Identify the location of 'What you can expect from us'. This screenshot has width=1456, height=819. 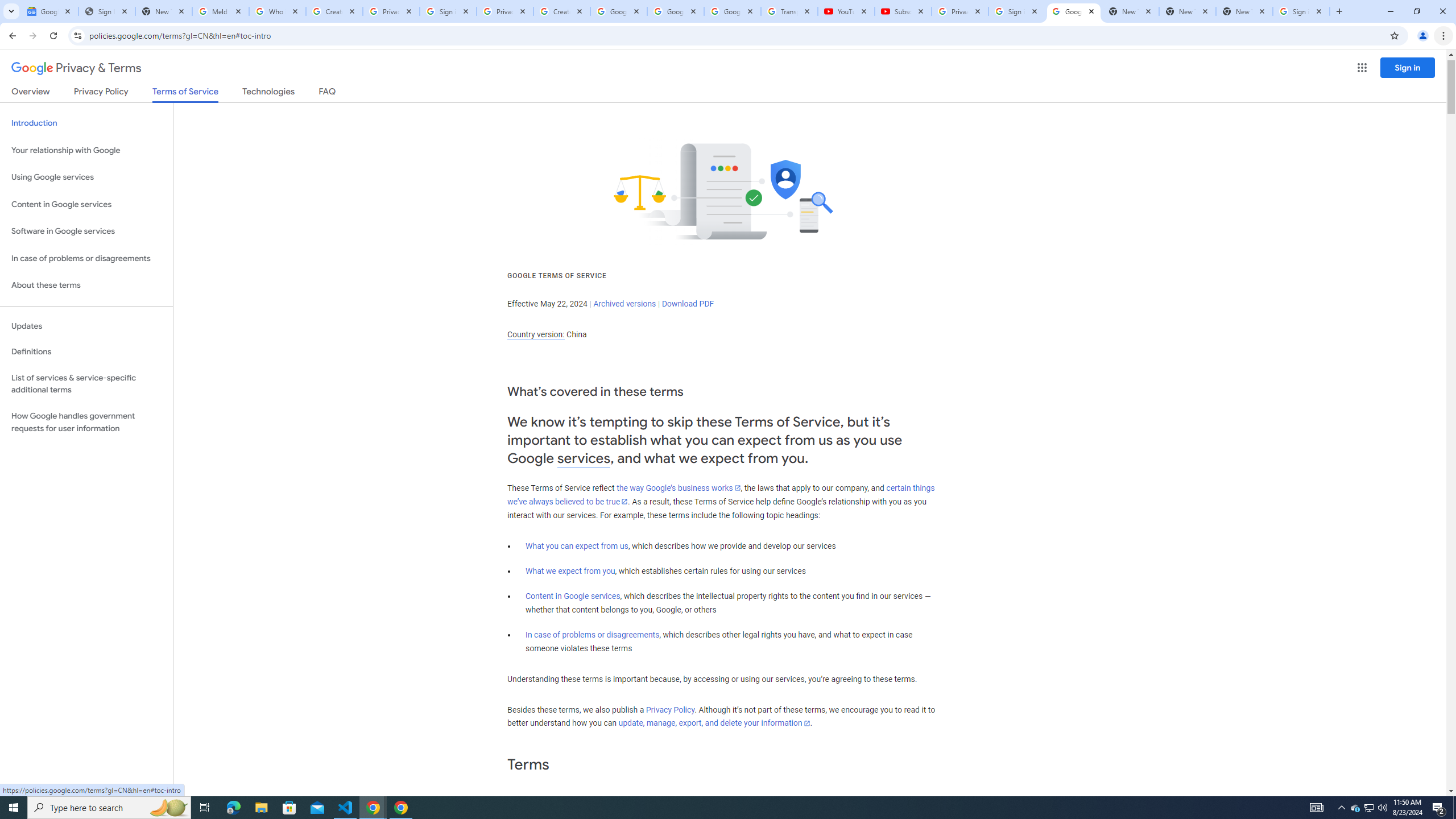
(577, 545).